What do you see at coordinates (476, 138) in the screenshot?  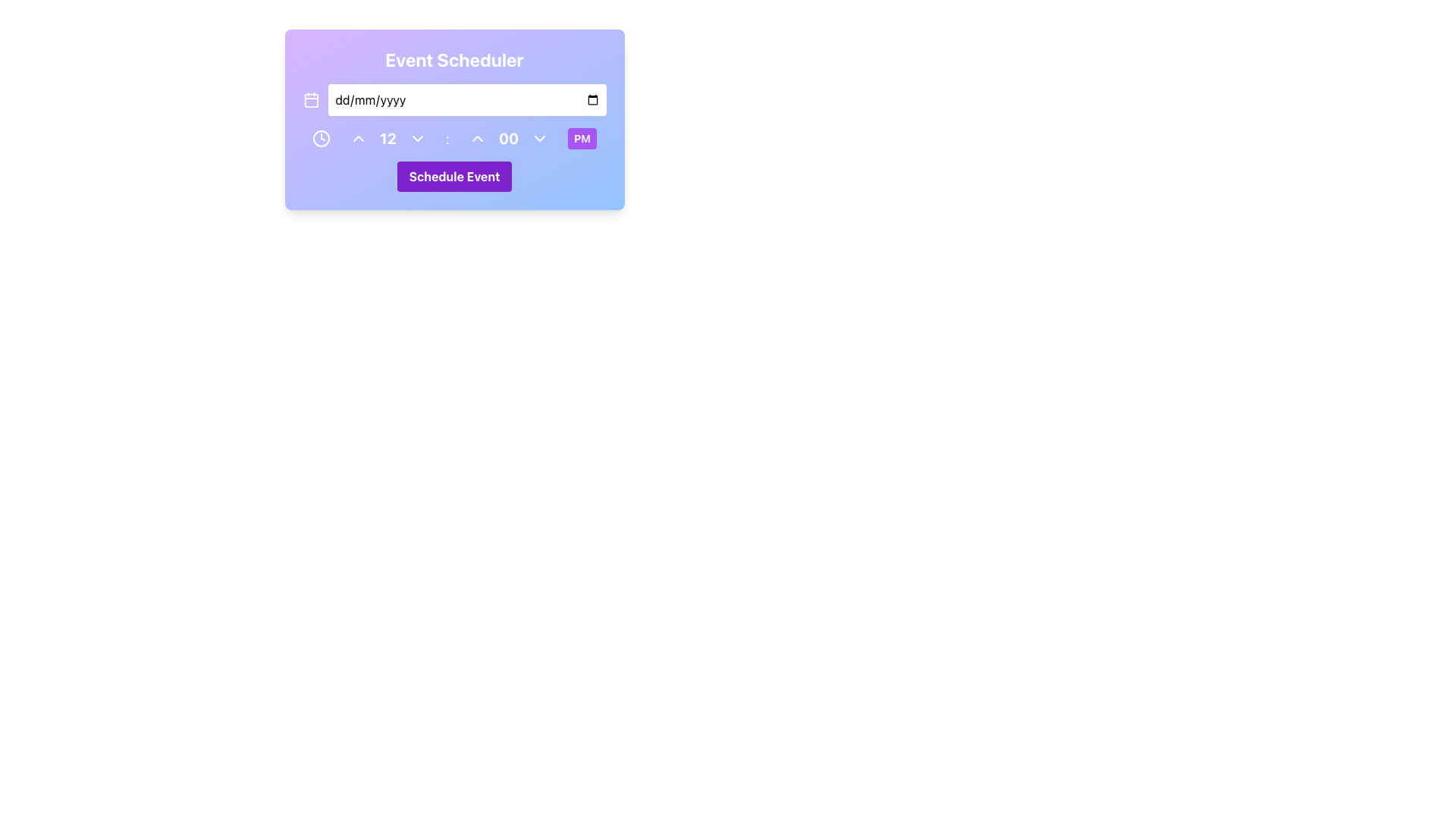 I see `the upward pointing chevron button in the time picker section of the Event Scheduler interface` at bounding box center [476, 138].